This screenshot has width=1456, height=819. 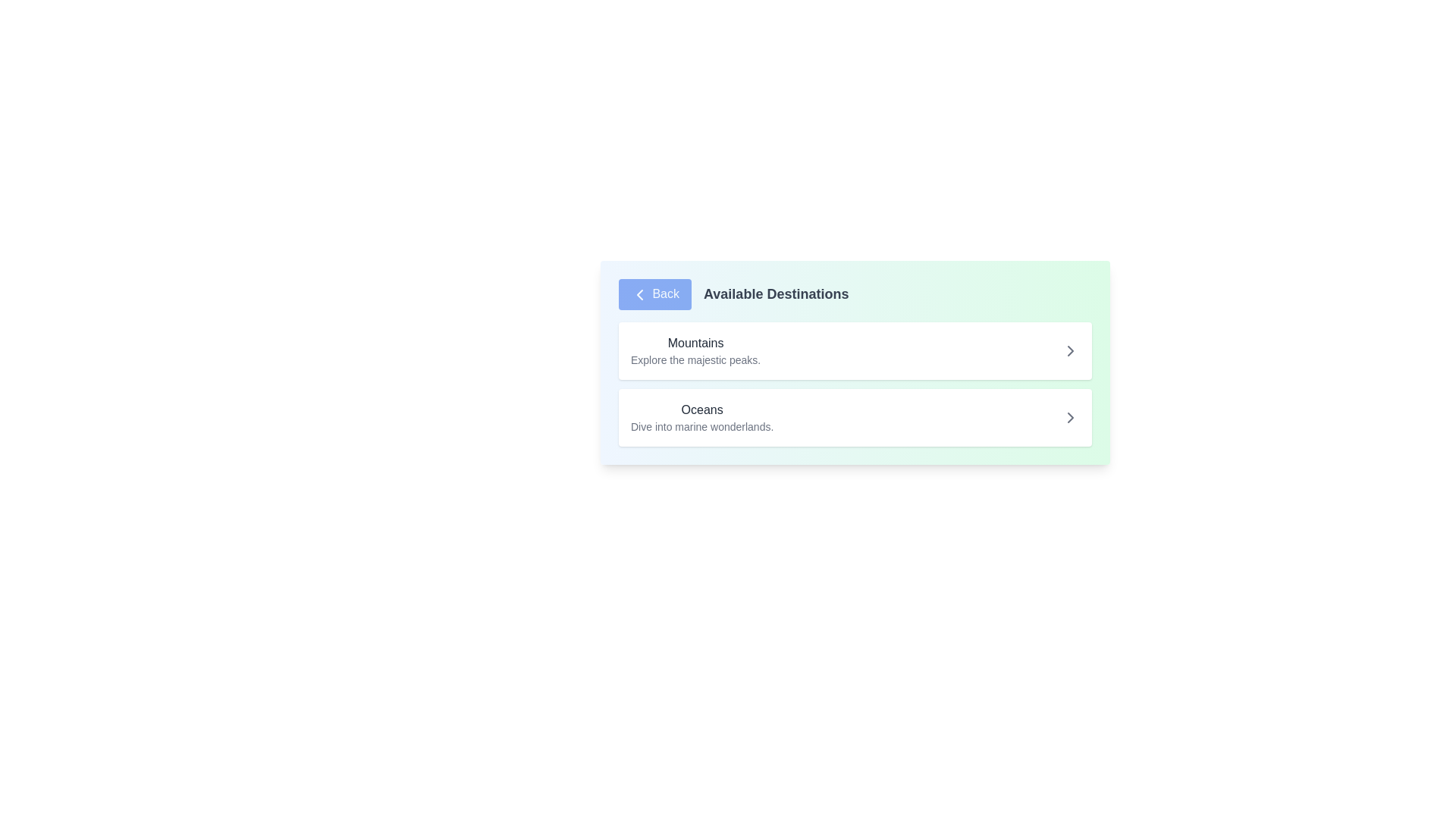 What do you see at coordinates (1069, 350) in the screenshot?
I see `the chevron icon located at the far right end of the 'Mountains' section` at bounding box center [1069, 350].